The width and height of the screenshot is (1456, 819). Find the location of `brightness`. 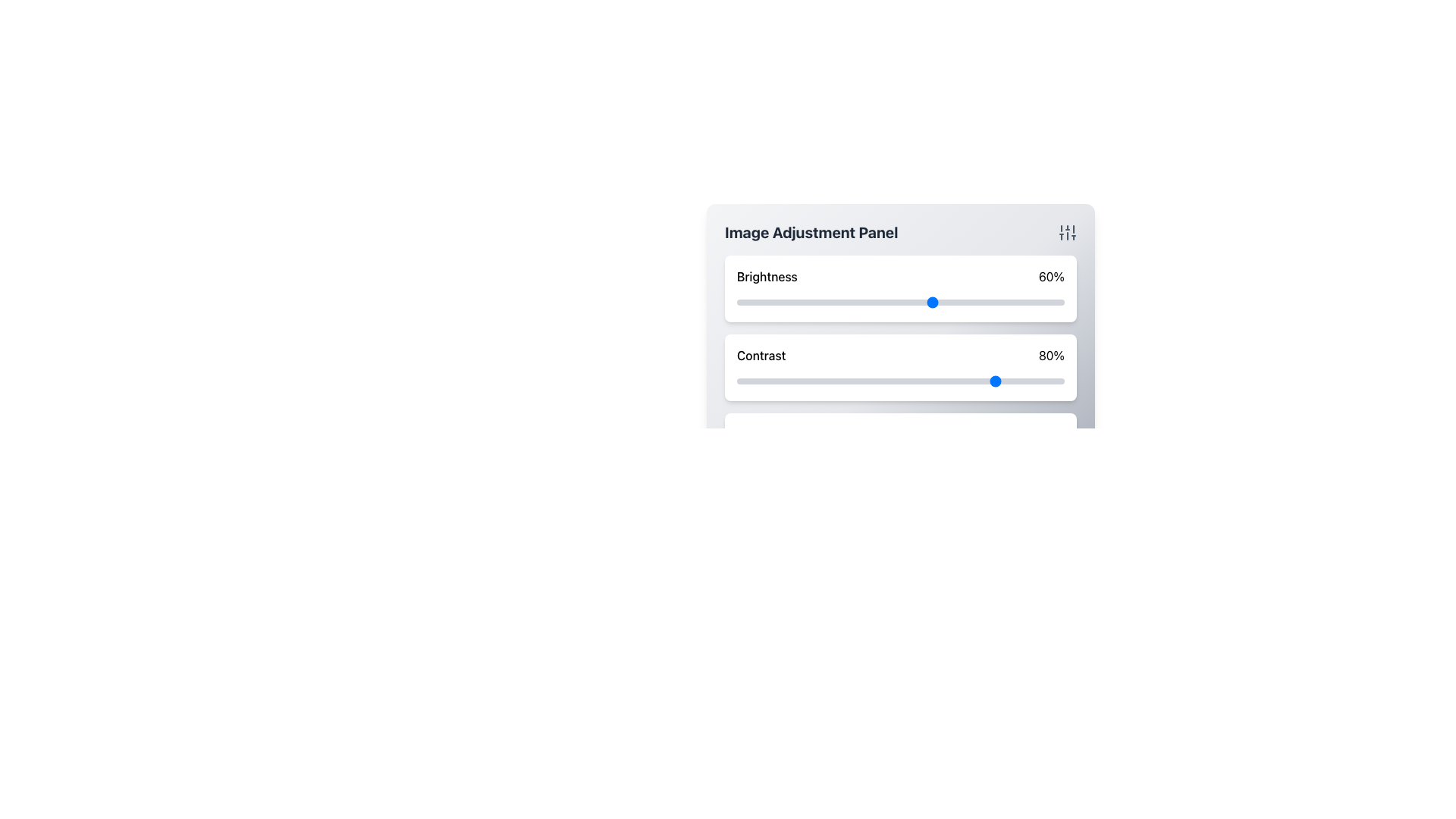

brightness is located at coordinates (910, 302).